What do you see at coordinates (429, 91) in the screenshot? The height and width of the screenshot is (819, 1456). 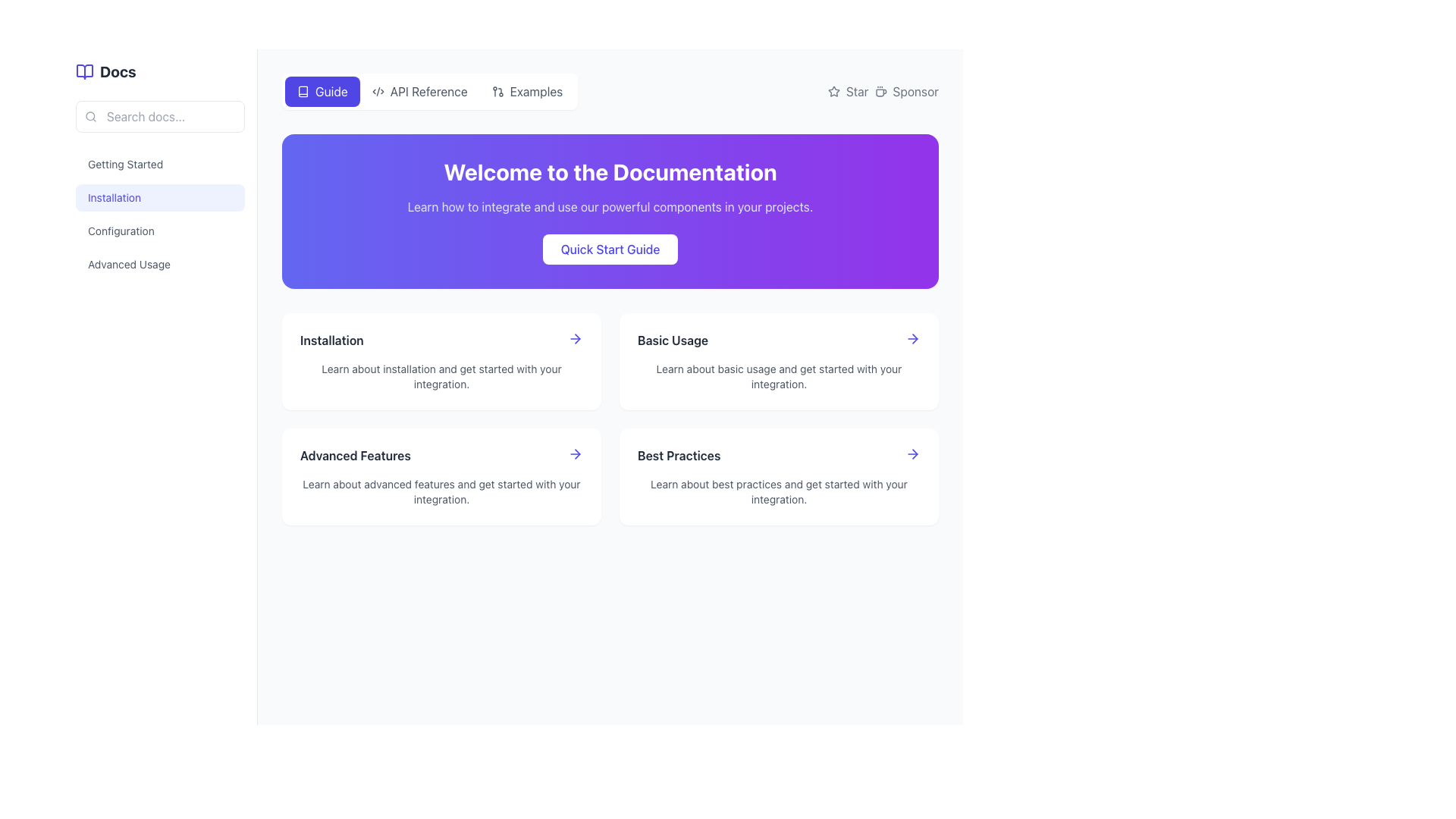 I see `the Navigation bar located in the upper central part of the interface` at bounding box center [429, 91].